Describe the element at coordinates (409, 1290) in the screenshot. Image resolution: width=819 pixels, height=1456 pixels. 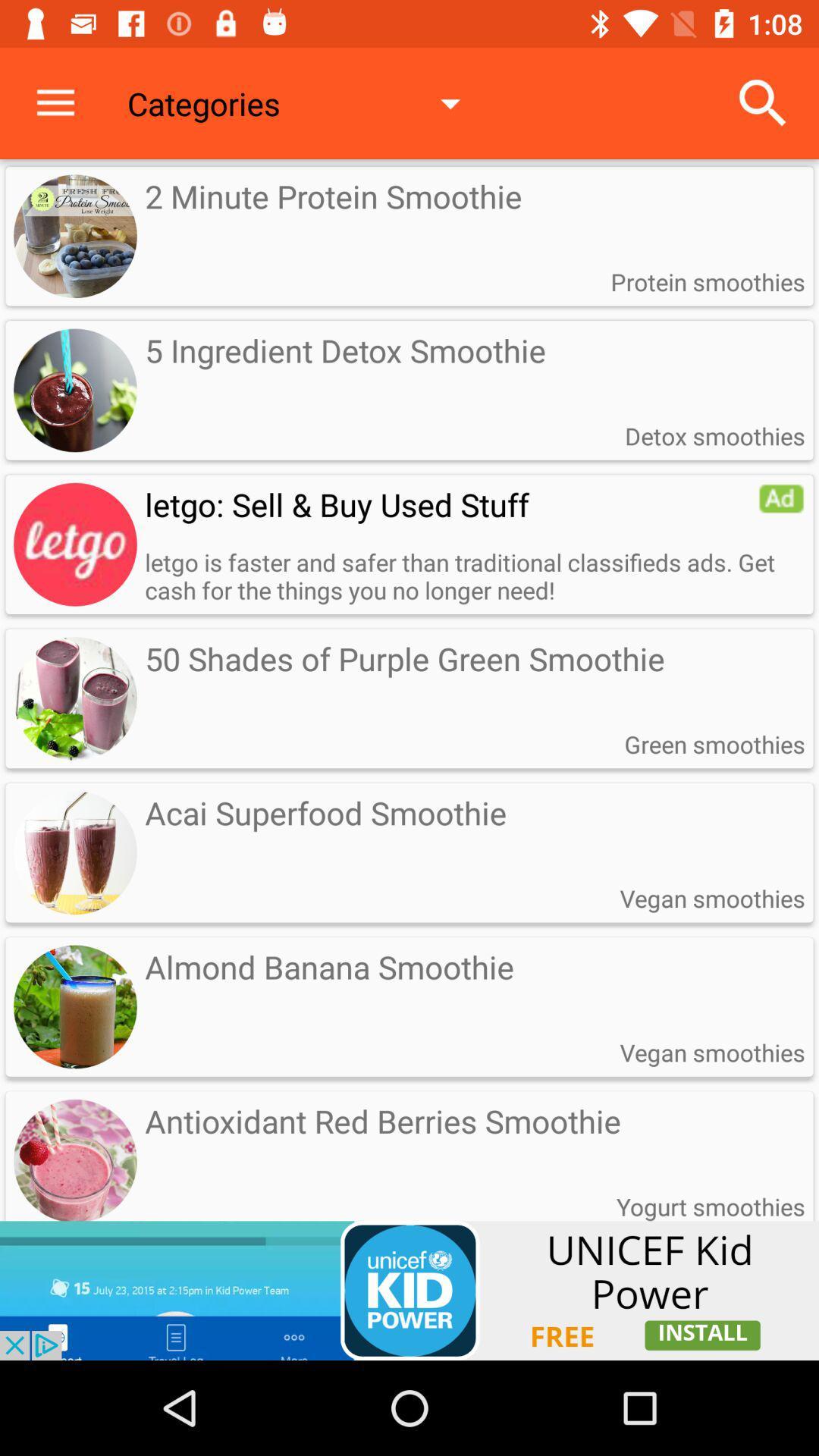
I see `advertisement` at that location.